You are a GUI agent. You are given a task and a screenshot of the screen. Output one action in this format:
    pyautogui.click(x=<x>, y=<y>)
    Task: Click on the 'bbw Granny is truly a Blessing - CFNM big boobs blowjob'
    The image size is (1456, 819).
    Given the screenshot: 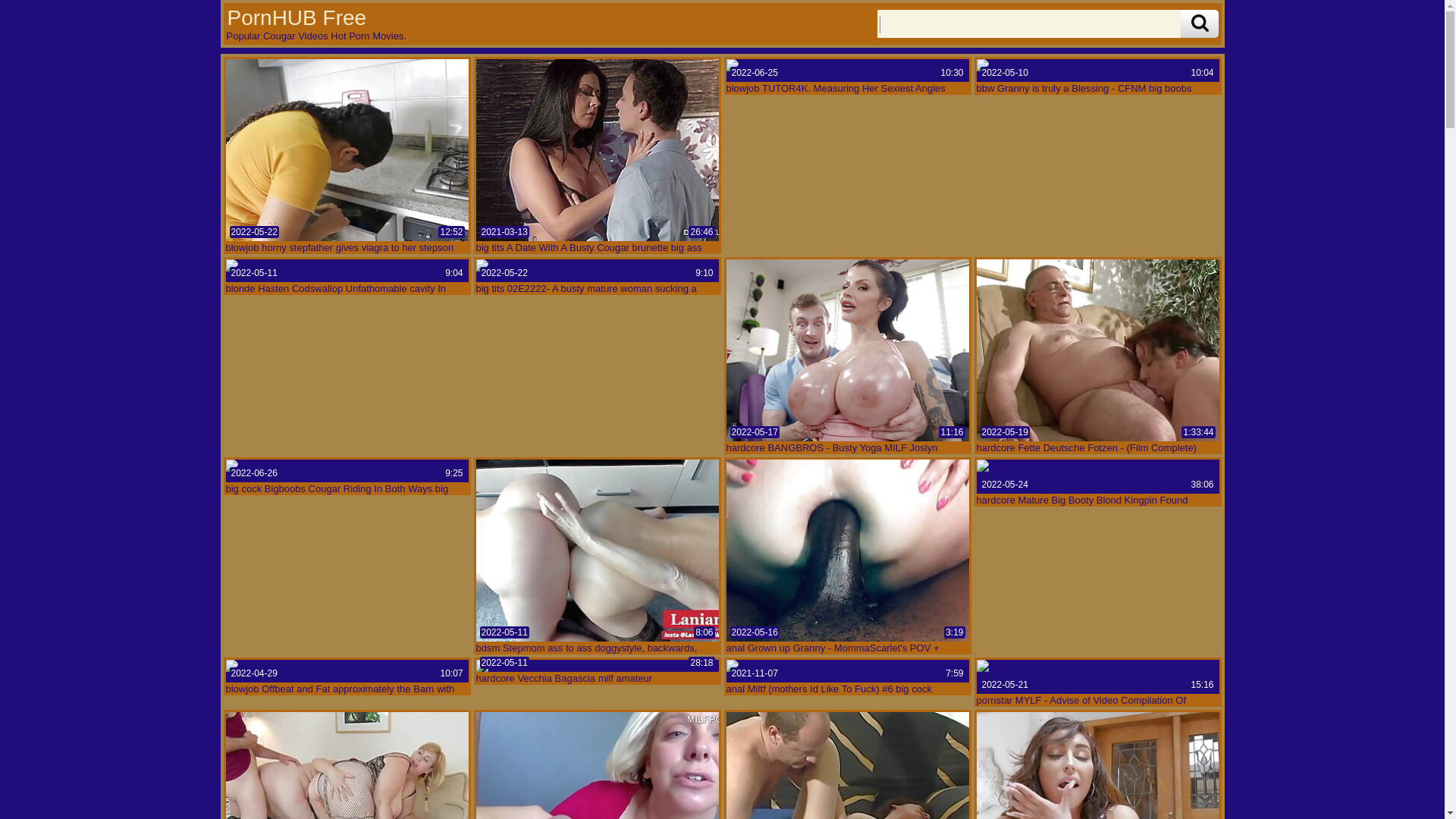 What is the action you would take?
    pyautogui.click(x=1098, y=70)
    